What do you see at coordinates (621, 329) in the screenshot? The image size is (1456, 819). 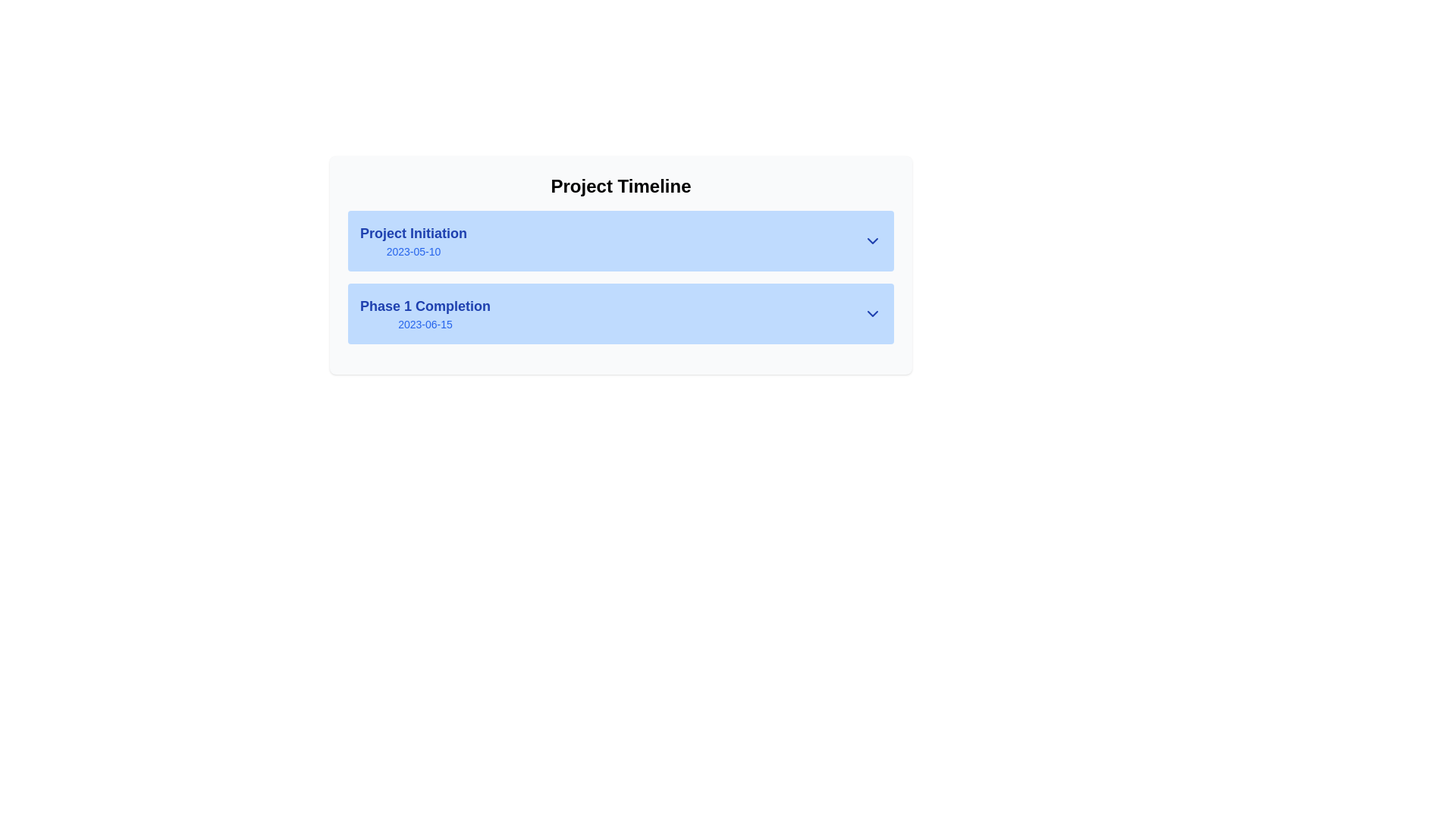 I see `the second entry in the project timeline, which summarizes 'Phase 1 Completion' and its date '2023-06-15'` at bounding box center [621, 329].